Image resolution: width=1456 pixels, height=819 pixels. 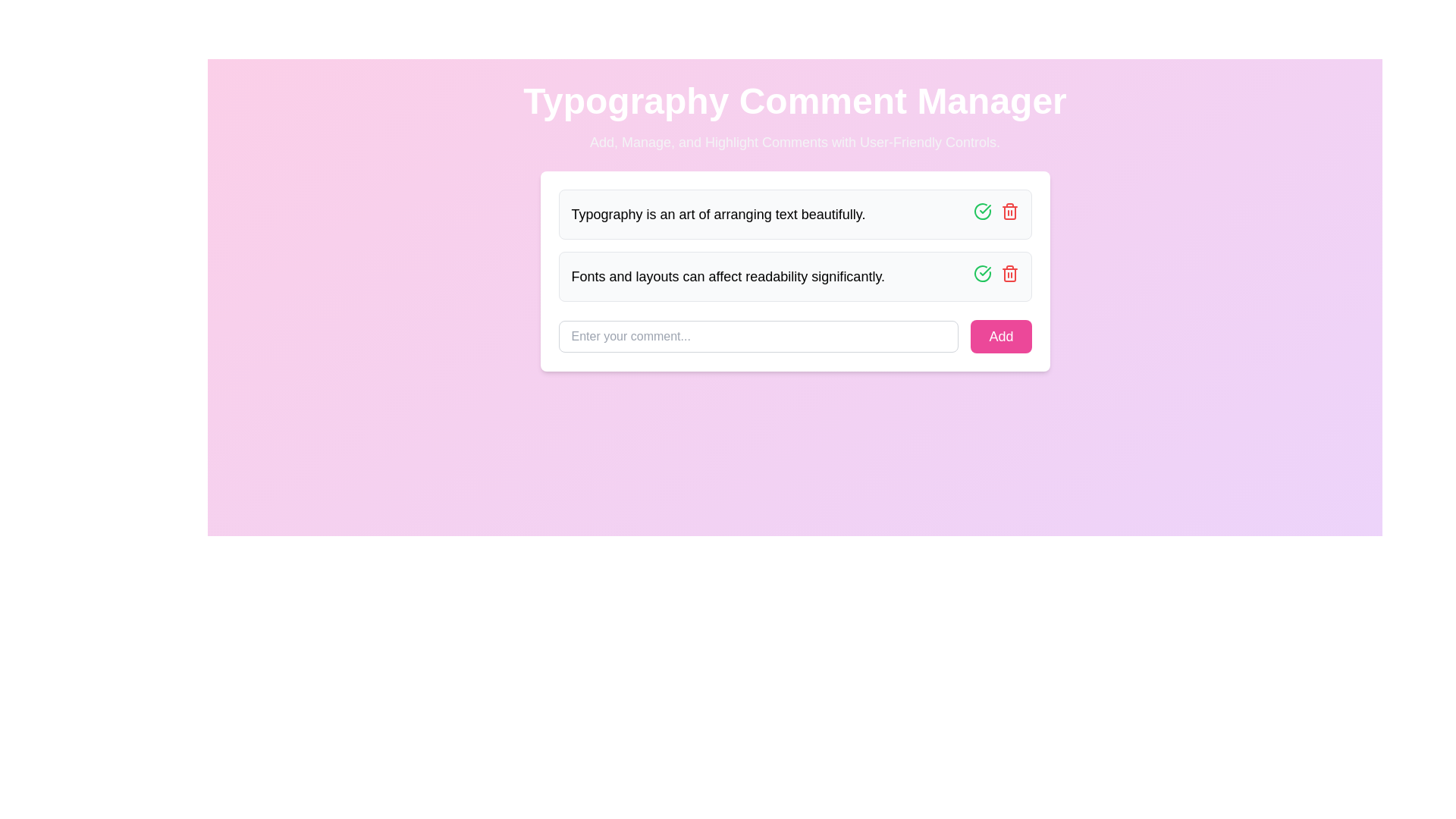 What do you see at coordinates (1001, 335) in the screenshot?
I see `the submit button located at the far-right of the comment input area` at bounding box center [1001, 335].